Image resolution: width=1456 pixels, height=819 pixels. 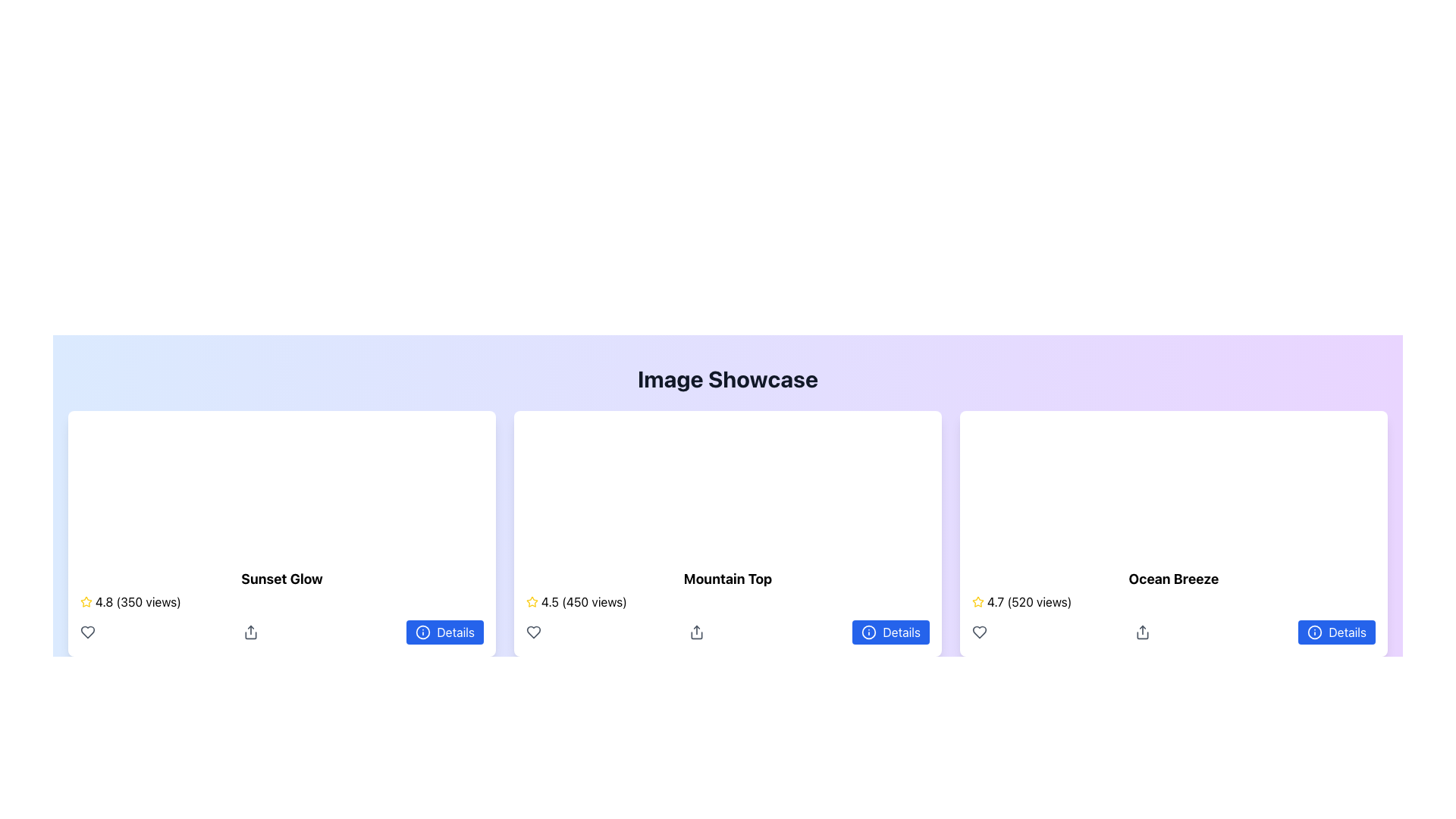 I want to click on the 'Share' button represented by an upward arrow icon located to the left of the 'Details' button in the 'Ocean Breeze' section, so click(x=1143, y=632).